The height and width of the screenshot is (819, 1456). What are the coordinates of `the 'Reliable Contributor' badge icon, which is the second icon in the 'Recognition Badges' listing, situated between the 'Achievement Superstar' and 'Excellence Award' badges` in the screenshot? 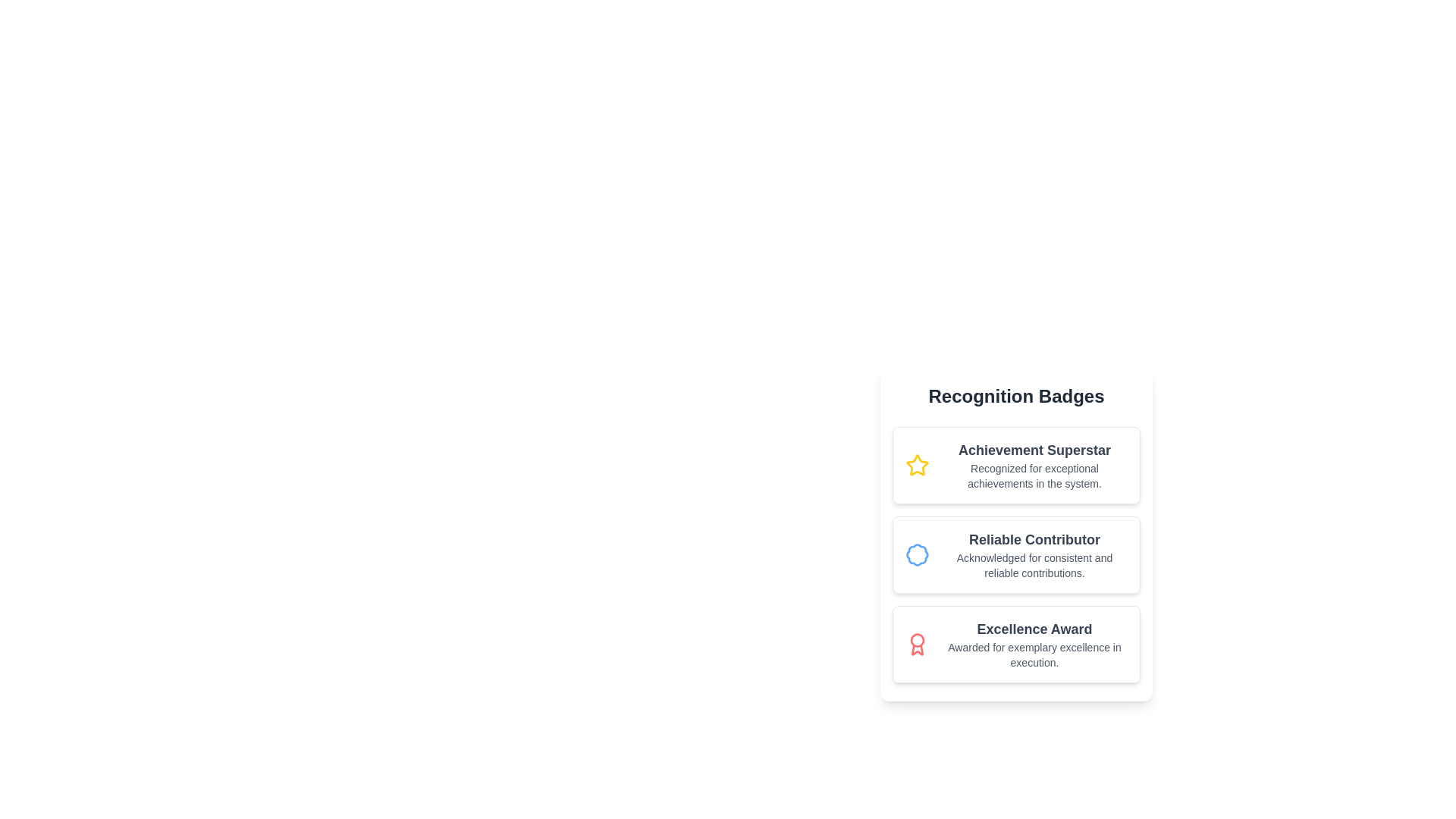 It's located at (916, 555).